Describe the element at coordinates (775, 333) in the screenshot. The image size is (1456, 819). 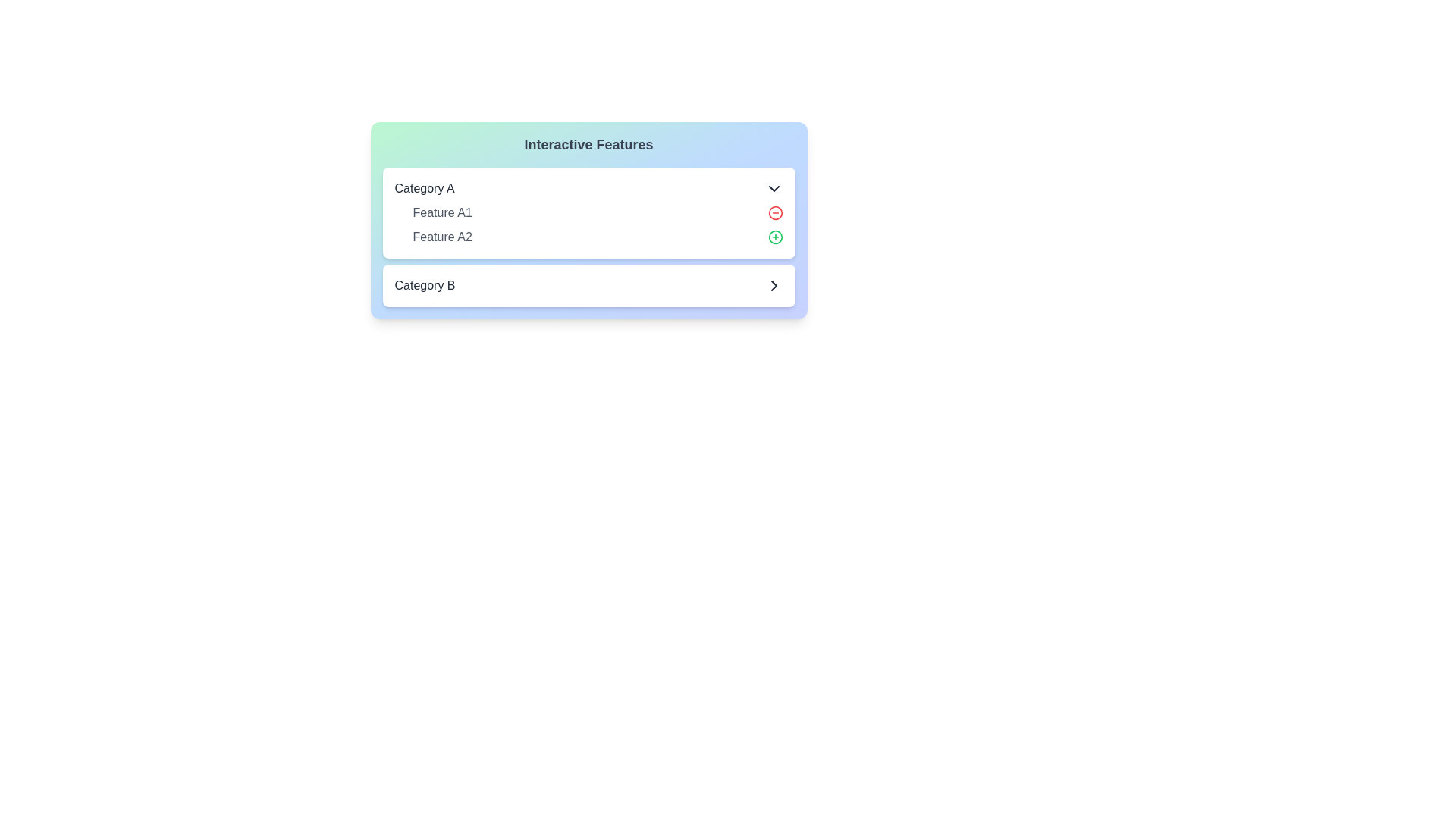
I see `the green circle with a 'plus' indication located in the bottom-right corner of the 'Interactive Features' section` at that location.